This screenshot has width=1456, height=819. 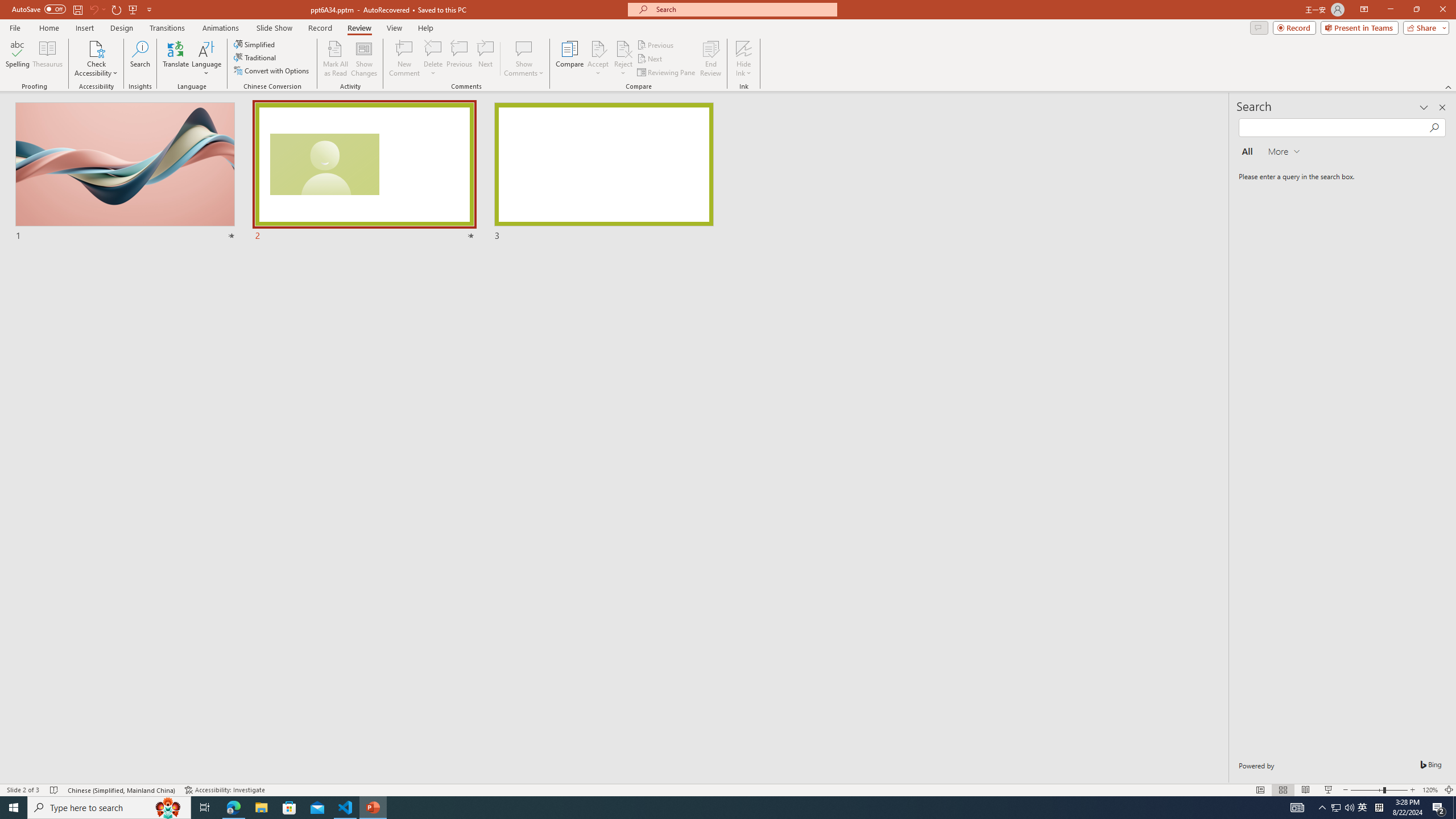 What do you see at coordinates (666, 72) in the screenshot?
I see `'Reviewing Pane'` at bounding box center [666, 72].